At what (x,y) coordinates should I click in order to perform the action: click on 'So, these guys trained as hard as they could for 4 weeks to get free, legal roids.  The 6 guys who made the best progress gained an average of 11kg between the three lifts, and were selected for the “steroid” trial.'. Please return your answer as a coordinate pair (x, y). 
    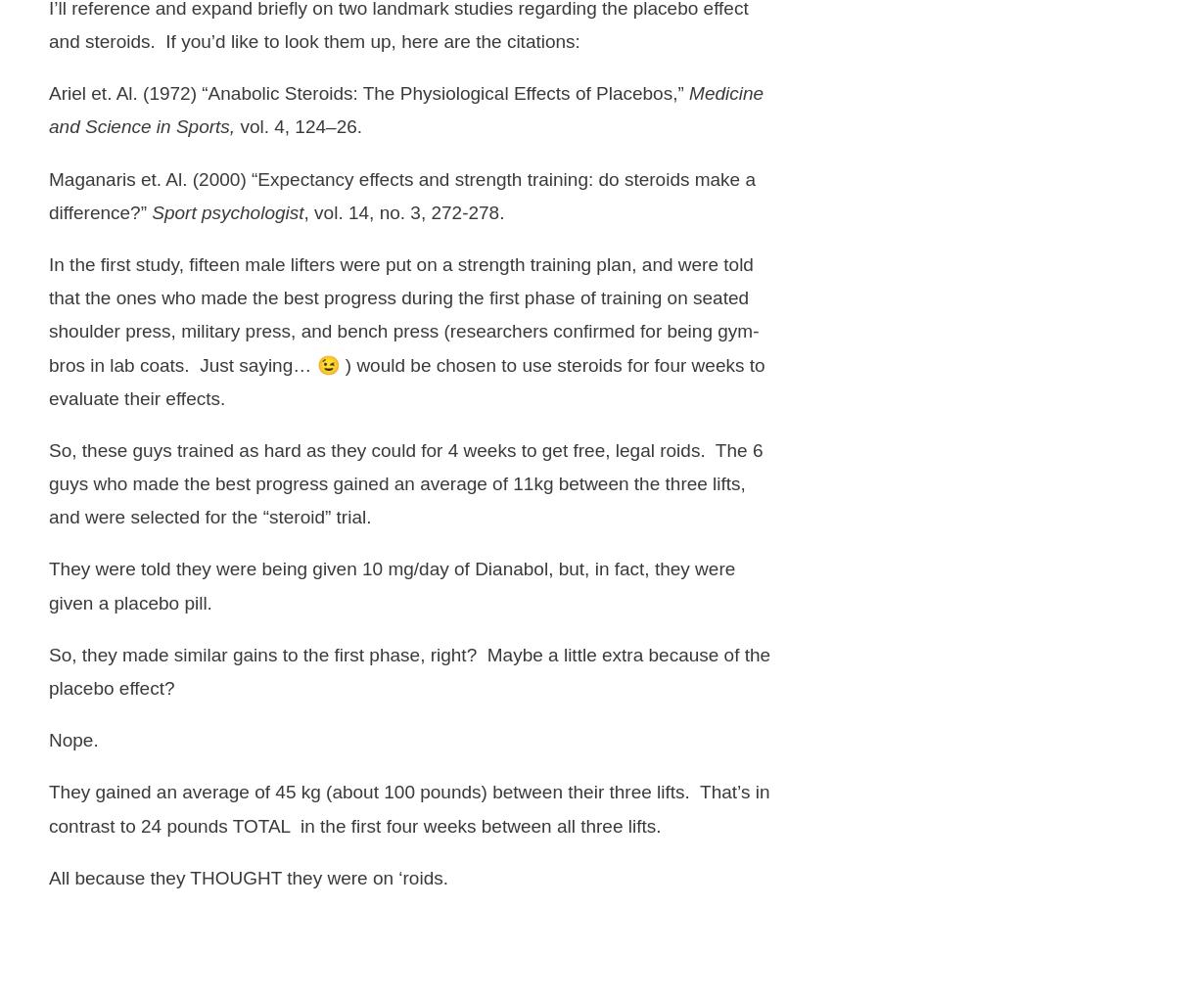
    Looking at the image, I should click on (49, 481).